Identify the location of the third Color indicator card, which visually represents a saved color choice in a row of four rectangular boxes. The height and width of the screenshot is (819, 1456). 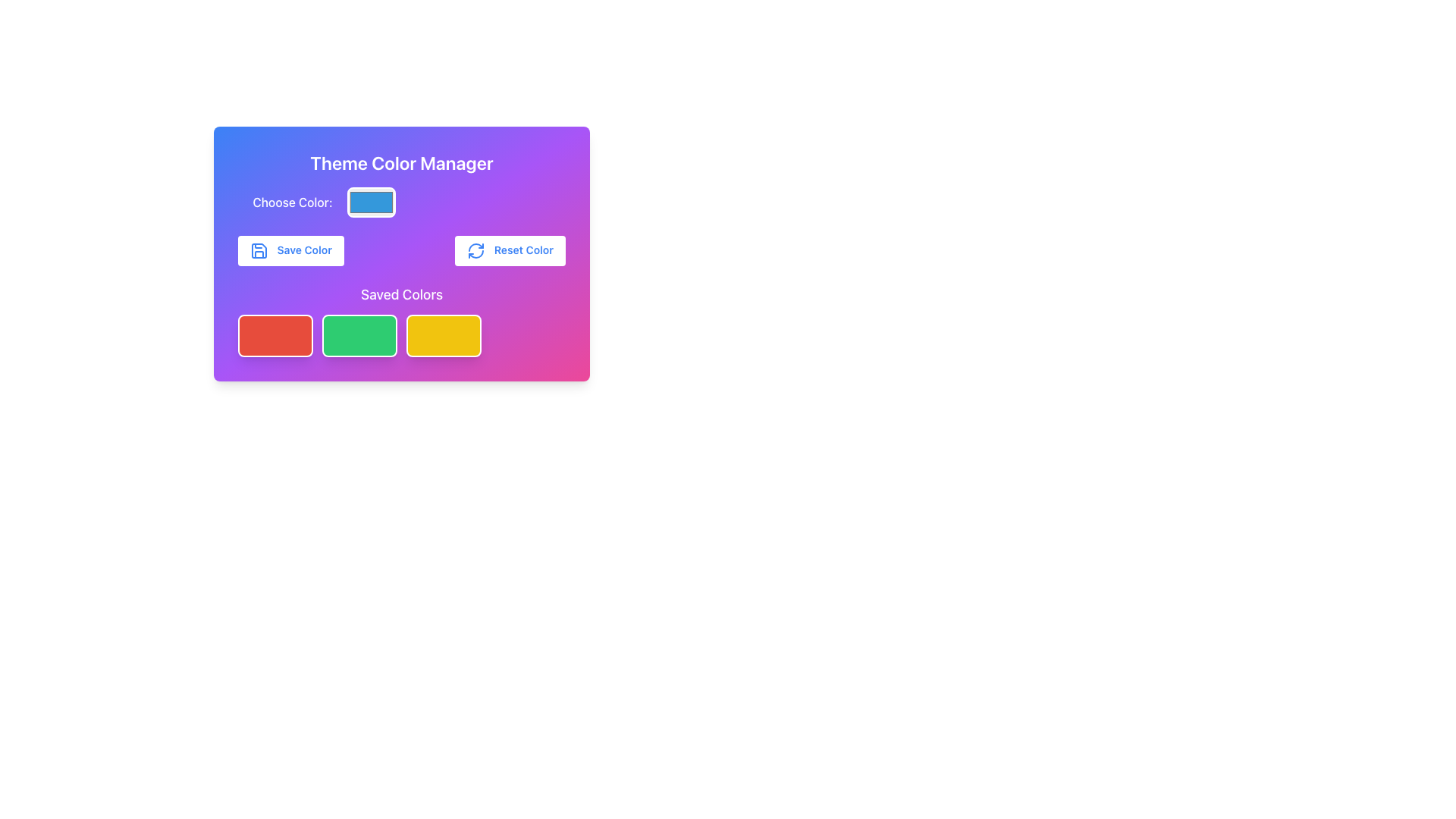
(443, 335).